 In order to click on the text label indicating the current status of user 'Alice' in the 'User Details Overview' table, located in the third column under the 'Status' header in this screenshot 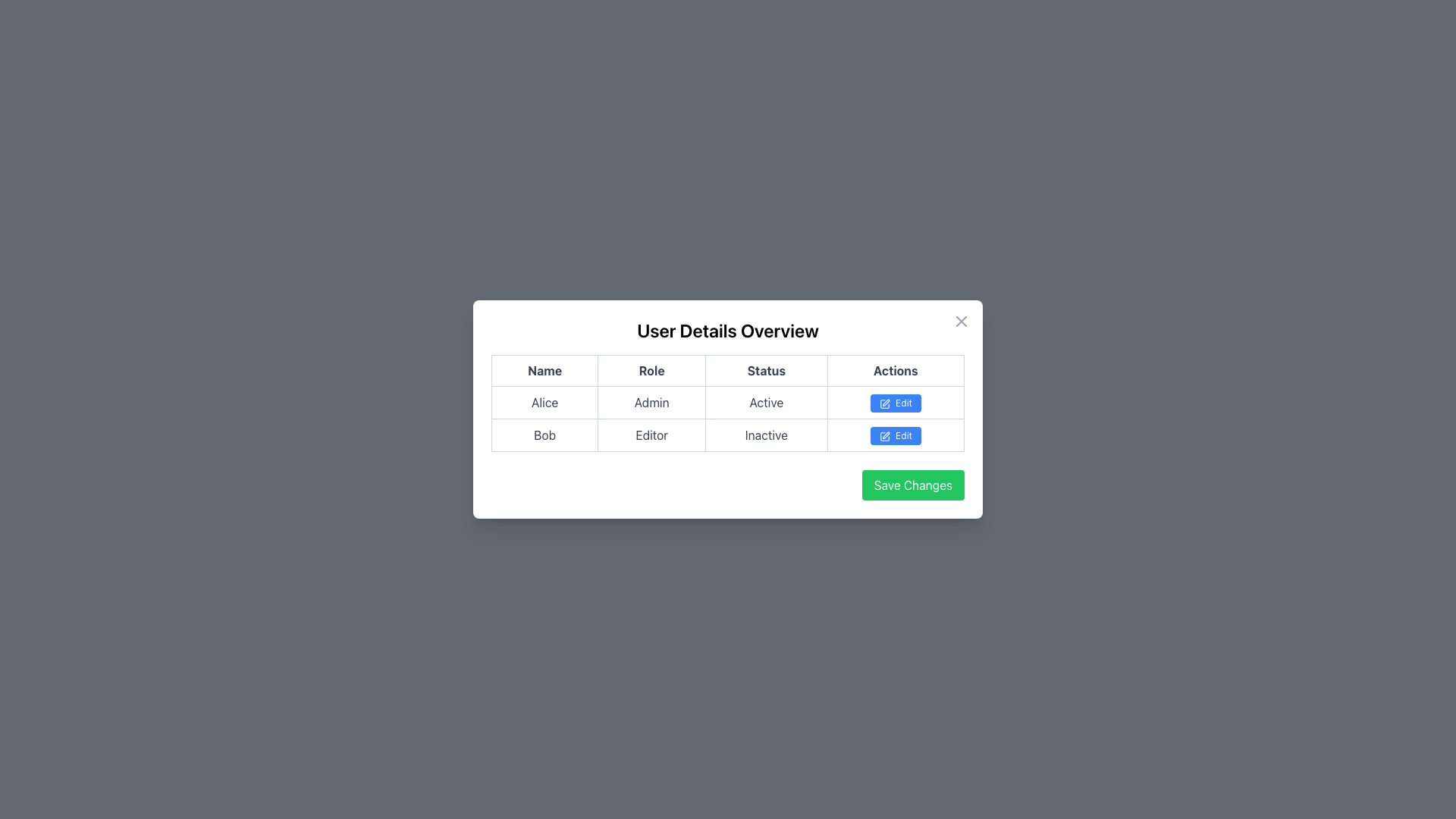, I will do `click(766, 402)`.